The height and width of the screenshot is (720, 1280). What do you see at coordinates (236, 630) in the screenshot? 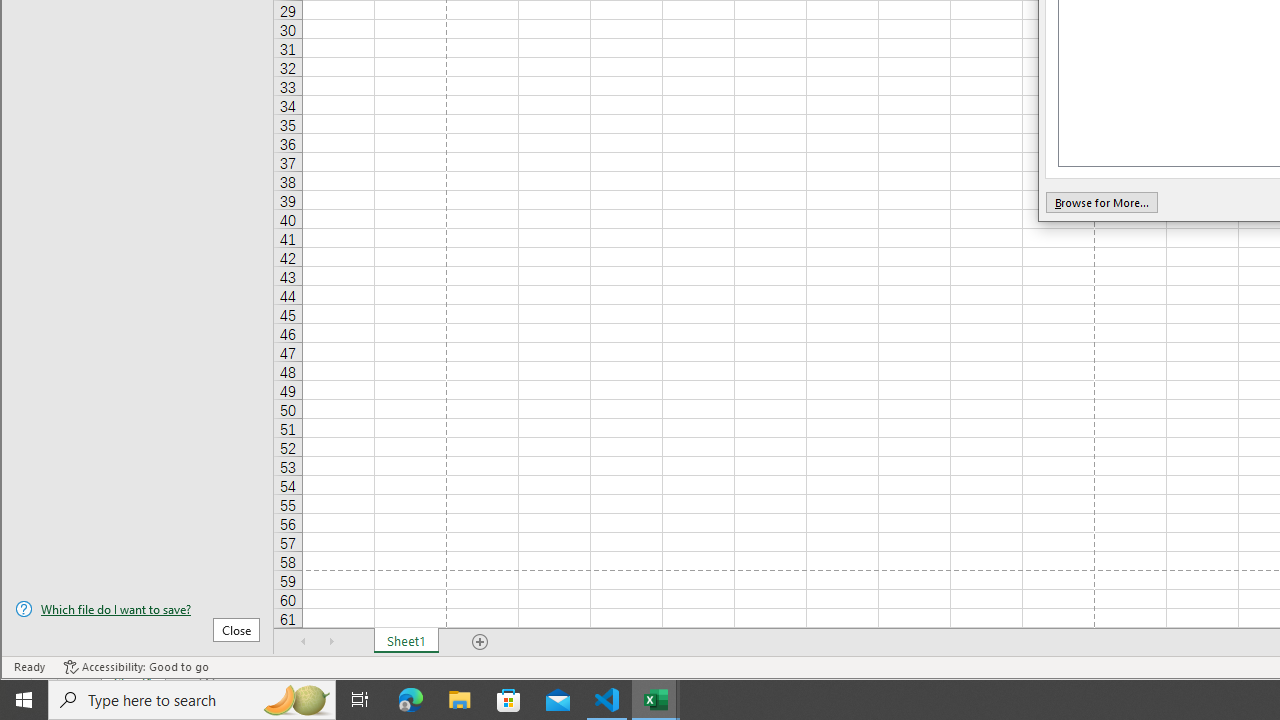
I see `'Close'` at bounding box center [236, 630].